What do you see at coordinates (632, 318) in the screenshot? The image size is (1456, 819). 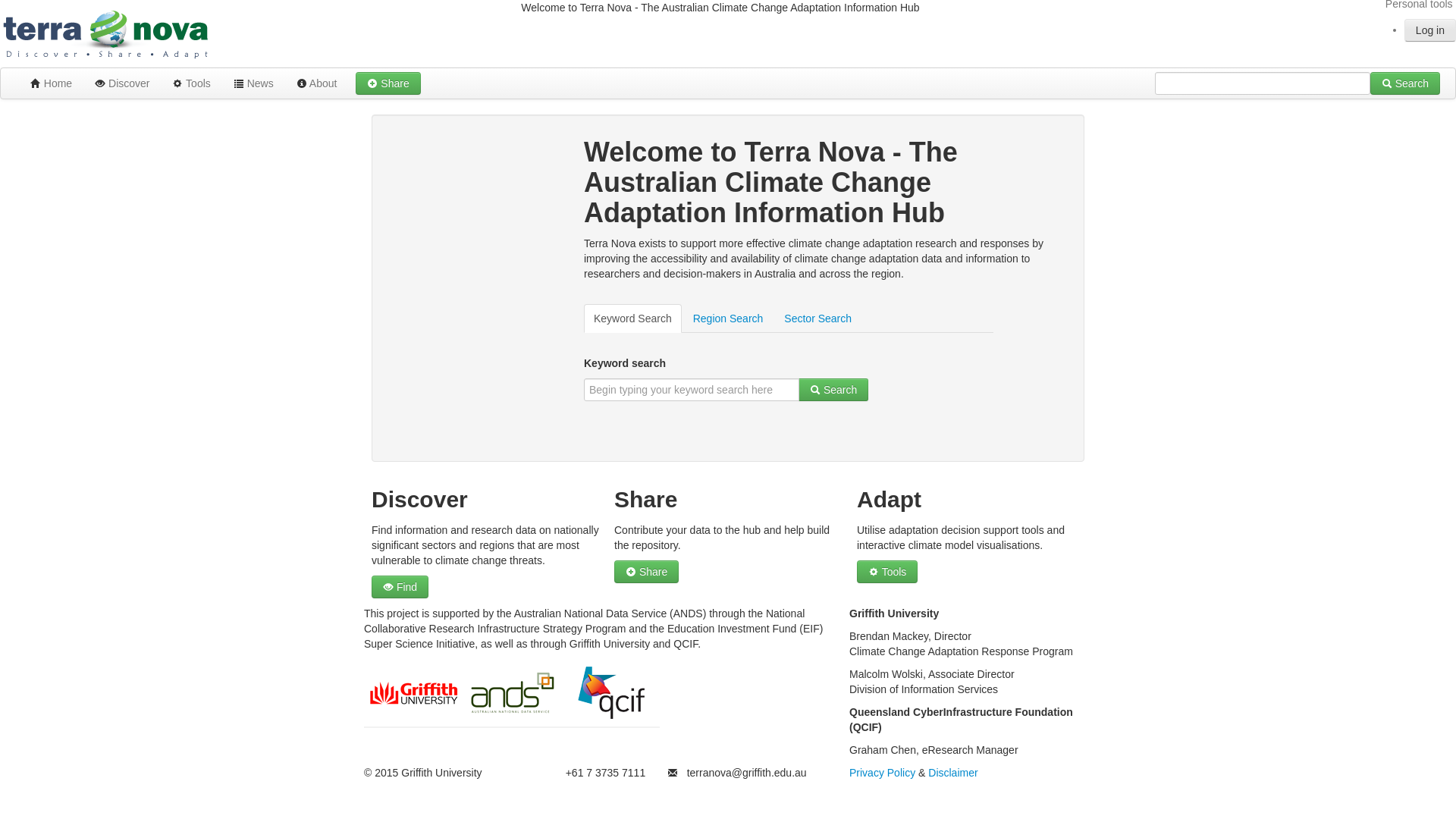 I see `'Keyword Search'` at bounding box center [632, 318].